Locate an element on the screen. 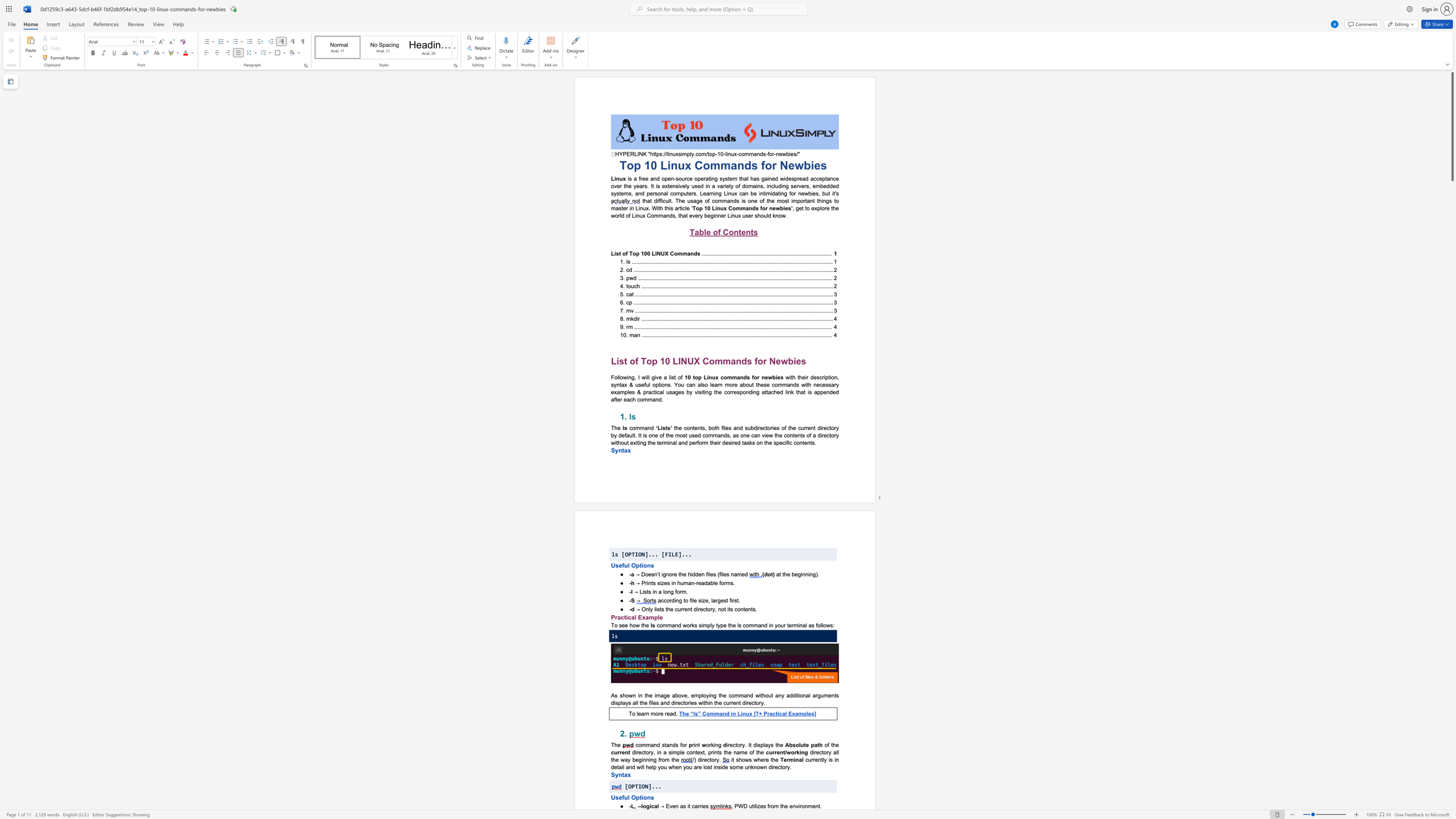 The width and height of the screenshot is (1456, 819). the subset text "tax & useful options. You can also learn more about these commands with necessary exampl" within the text "with their description, syntax & useful options. You can also learn more about these commands with necessary examples & practical usages by visiting the corresponding attached link that is appended after each command." is located at coordinates (619, 384).